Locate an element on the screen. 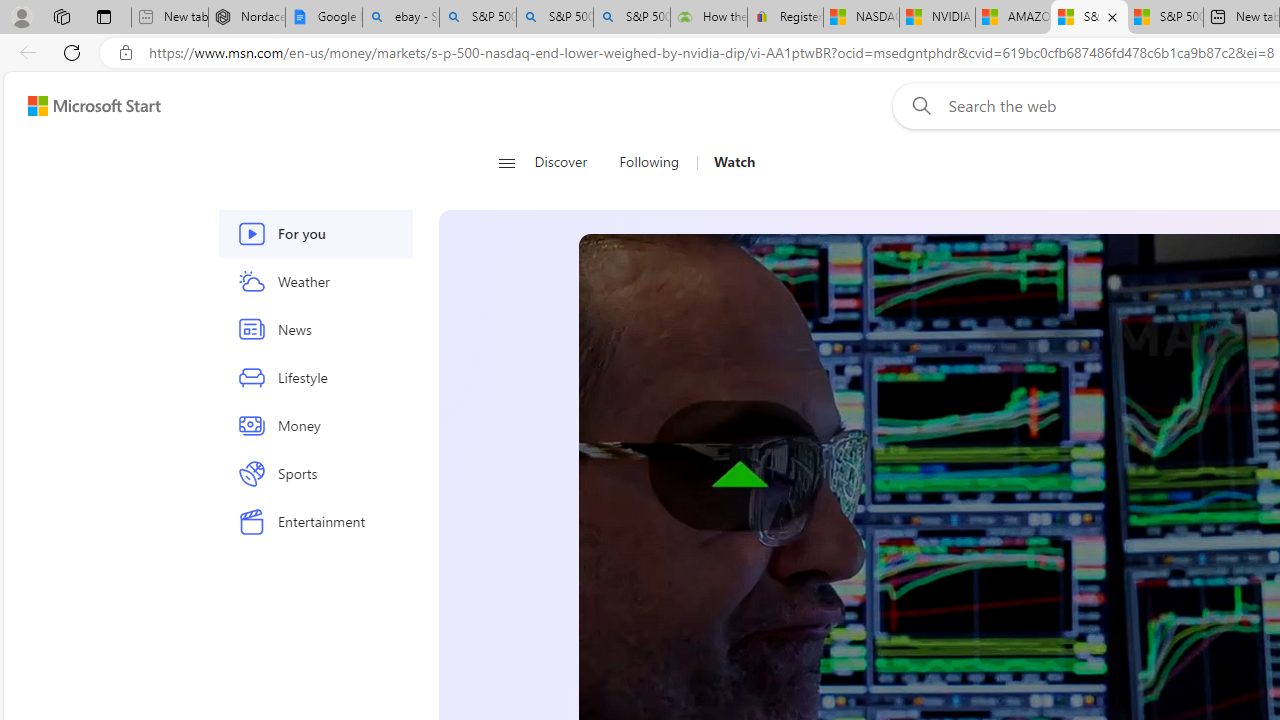 This screenshot has width=1280, height=720. 'Following' is located at coordinates (650, 162).